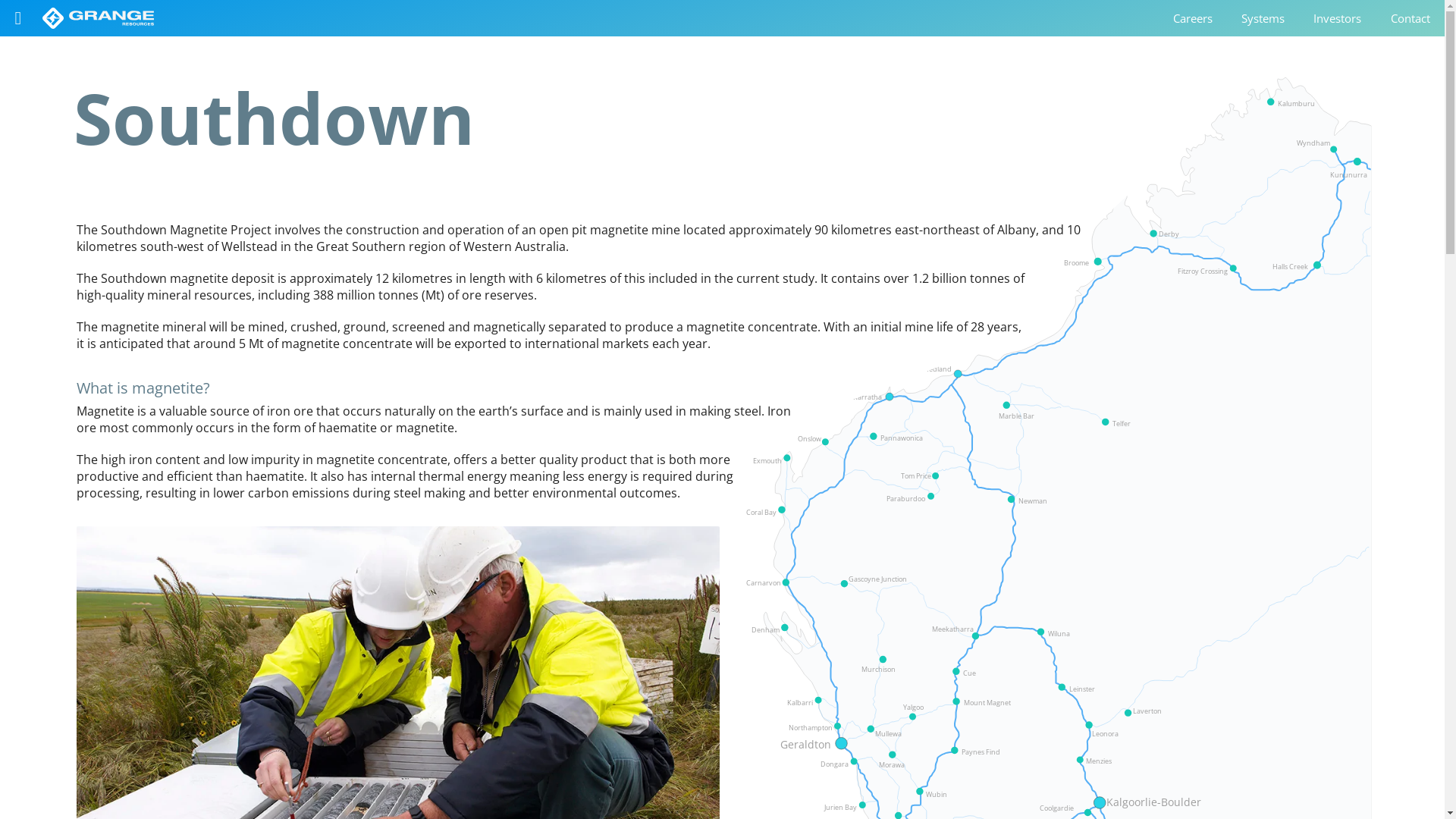 Image resolution: width=1456 pixels, height=819 pixels. What do you see at coordinates (1263, 17) in the screenshot?
I see `'Systems'` at bounding box center [1263, 17].